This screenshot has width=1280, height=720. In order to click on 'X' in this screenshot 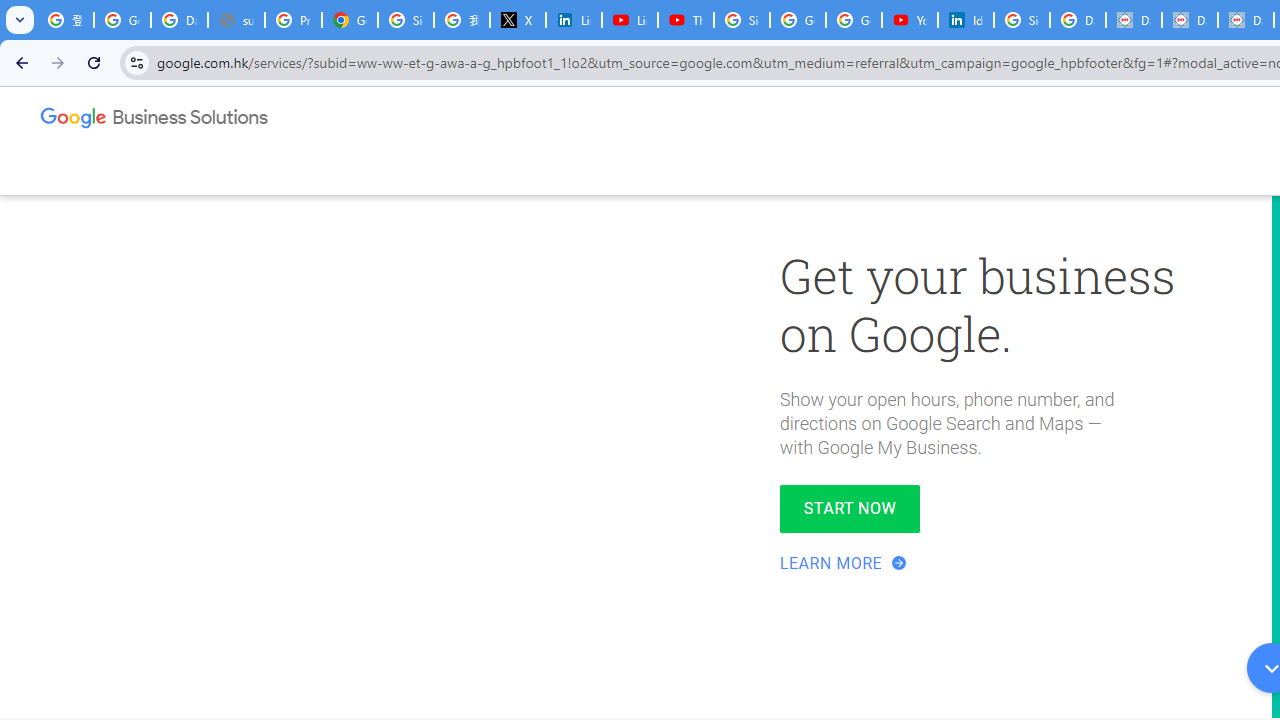, I will do `click(518, 20)`.